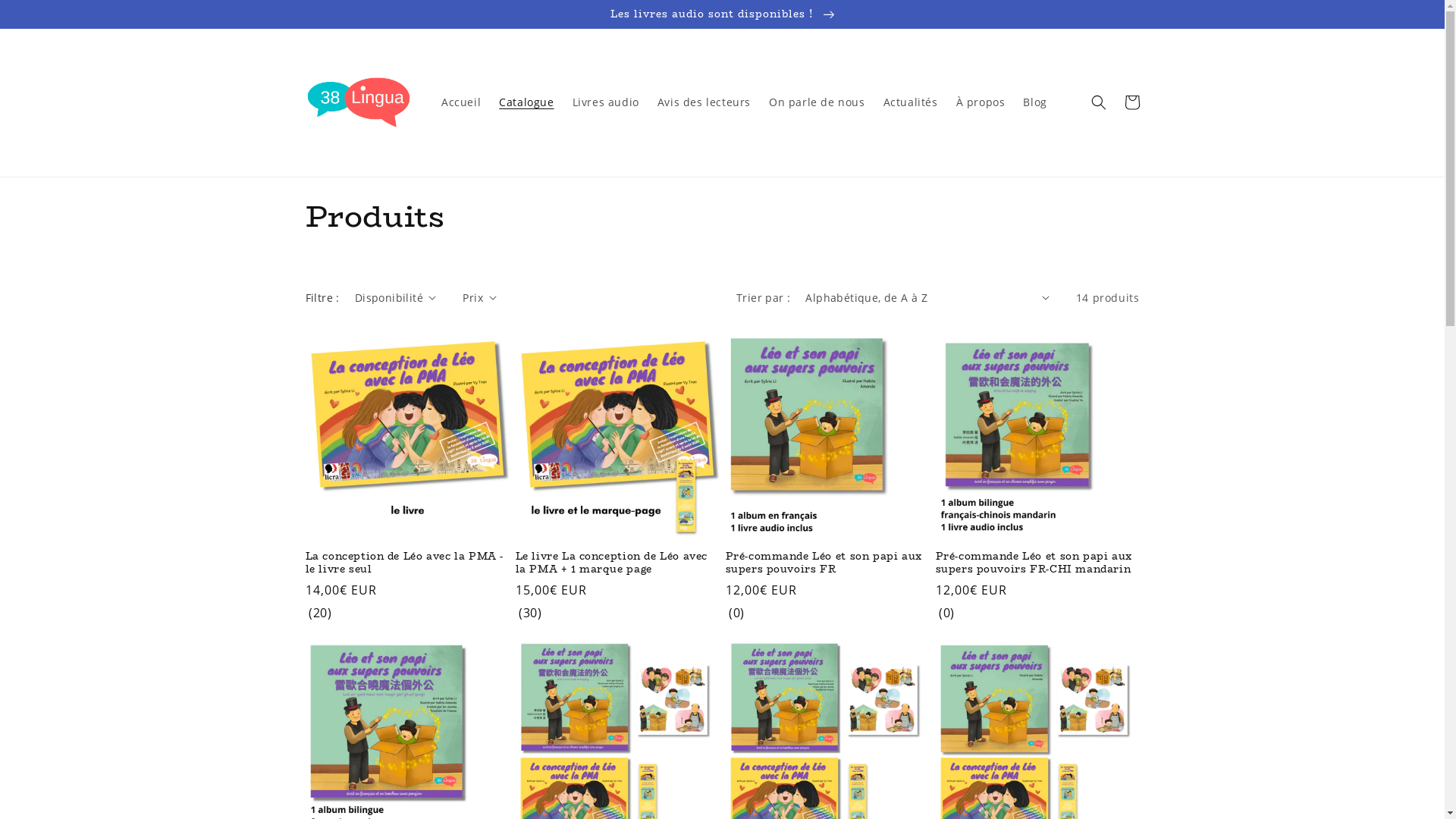  What do you see at coordinates (703, 102) in the screenshot?
I see `'Avis des lecteurs'` at bounding box center [703, 102].